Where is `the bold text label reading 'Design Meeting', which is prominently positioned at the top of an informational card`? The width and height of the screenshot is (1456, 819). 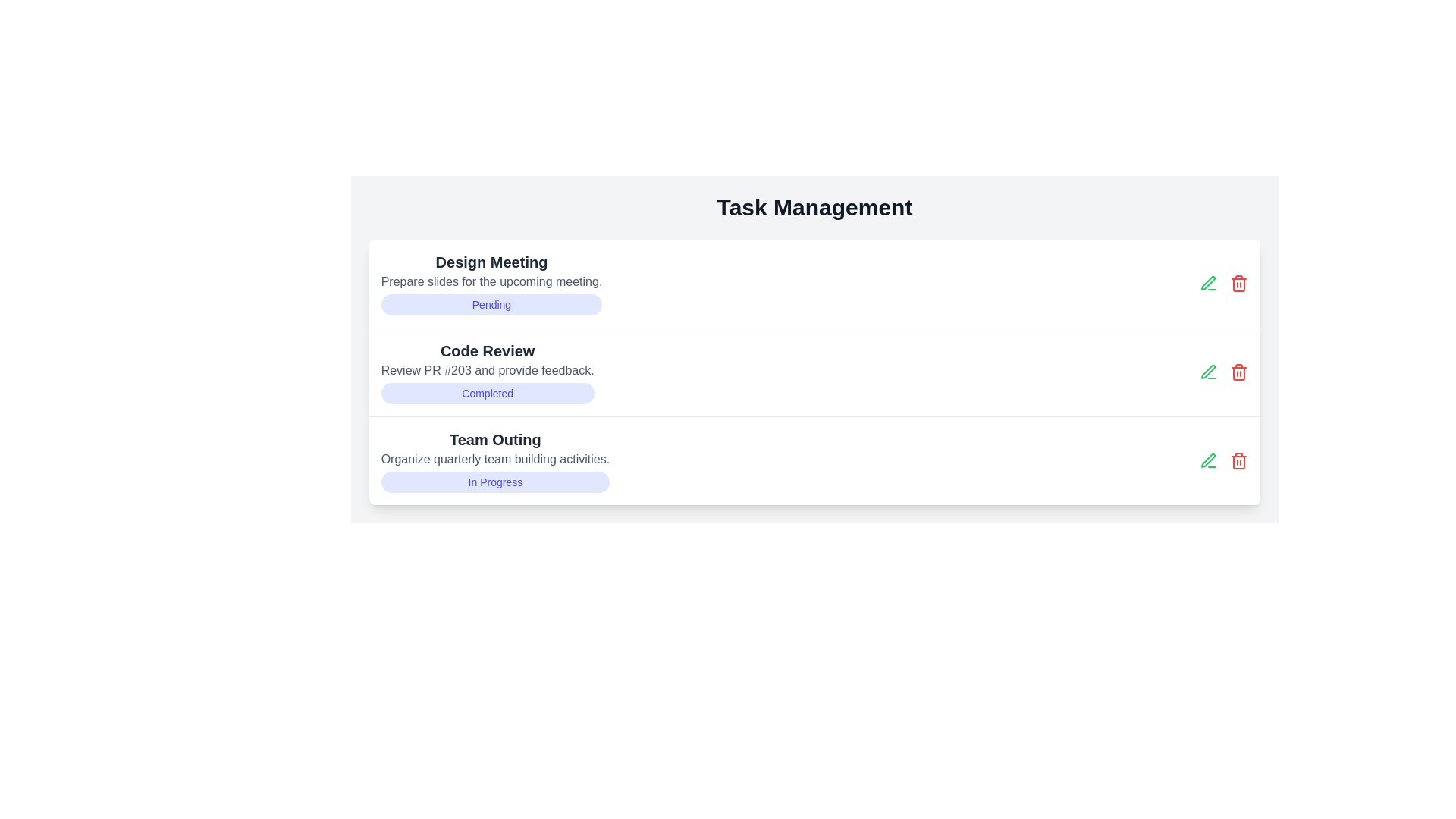
the bold text label reading 'Design Meeting', which is prominently positioned at the top of an informational card is located at coordinates (491, 262).